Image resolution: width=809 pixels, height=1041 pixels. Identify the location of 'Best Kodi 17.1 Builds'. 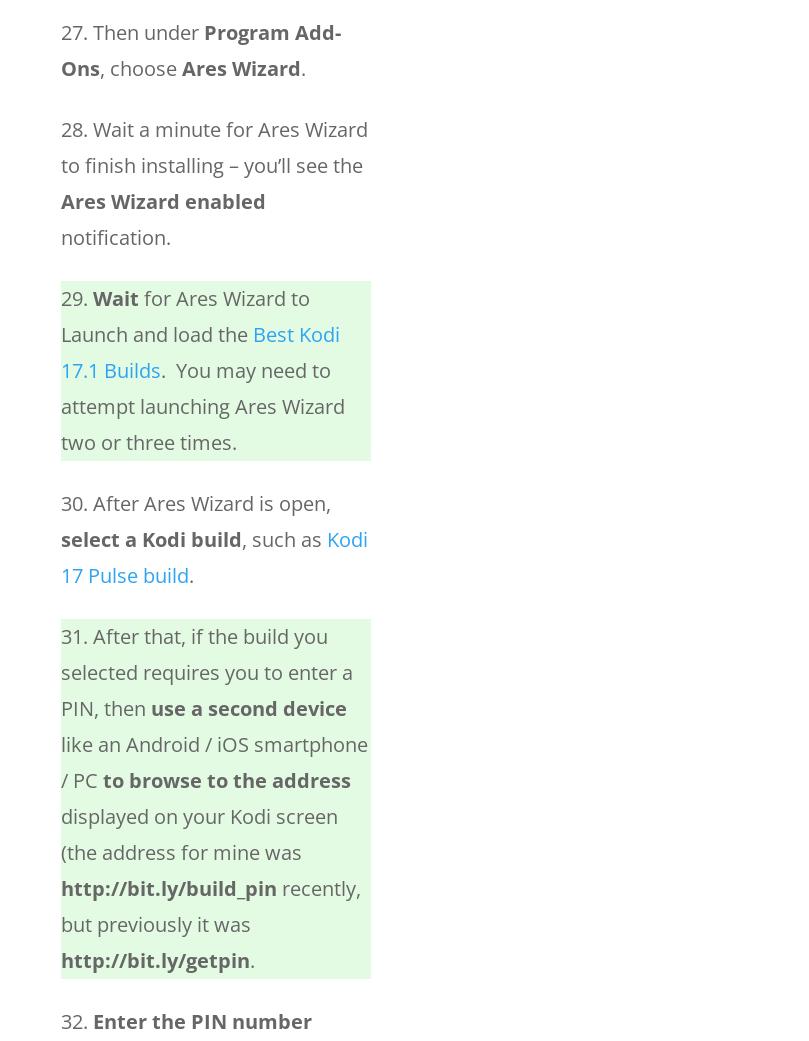
(199, 352).